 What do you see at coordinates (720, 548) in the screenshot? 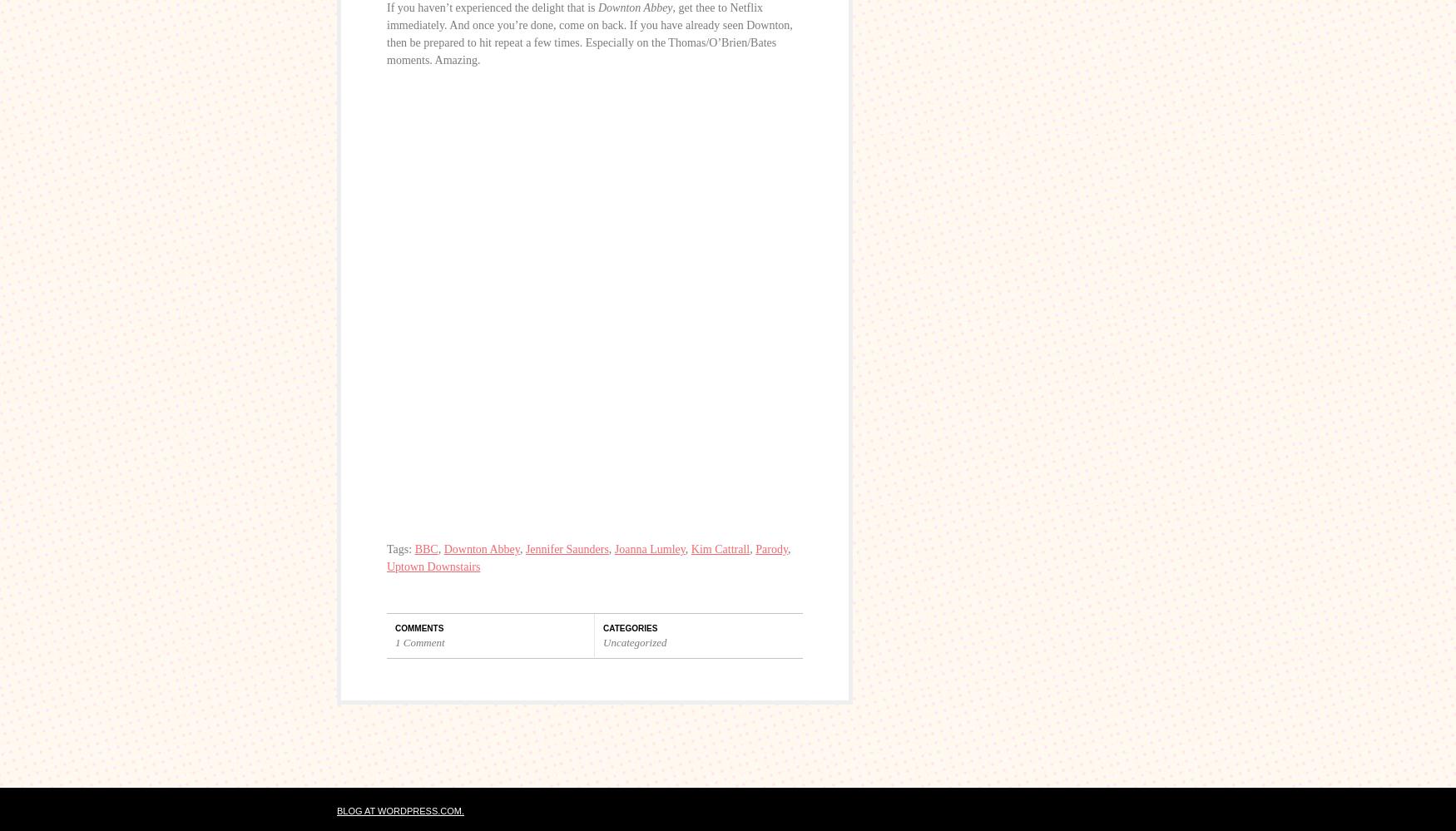
I see `'Kim Cattrall'` at bounding box center [720, 548].